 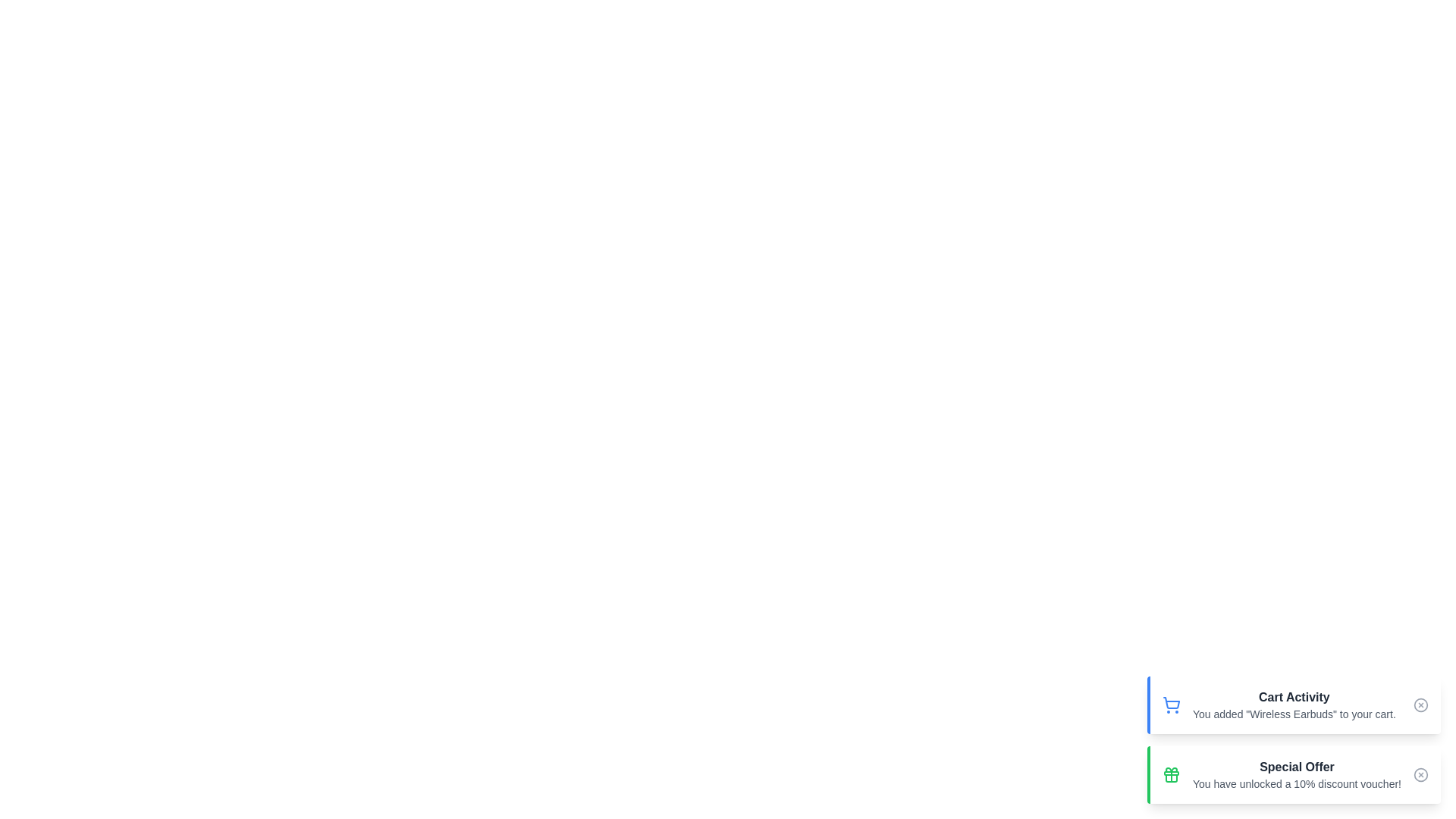 I want to click on the notification Special Offer to observe hover effects, so click(x=1292, y=775).